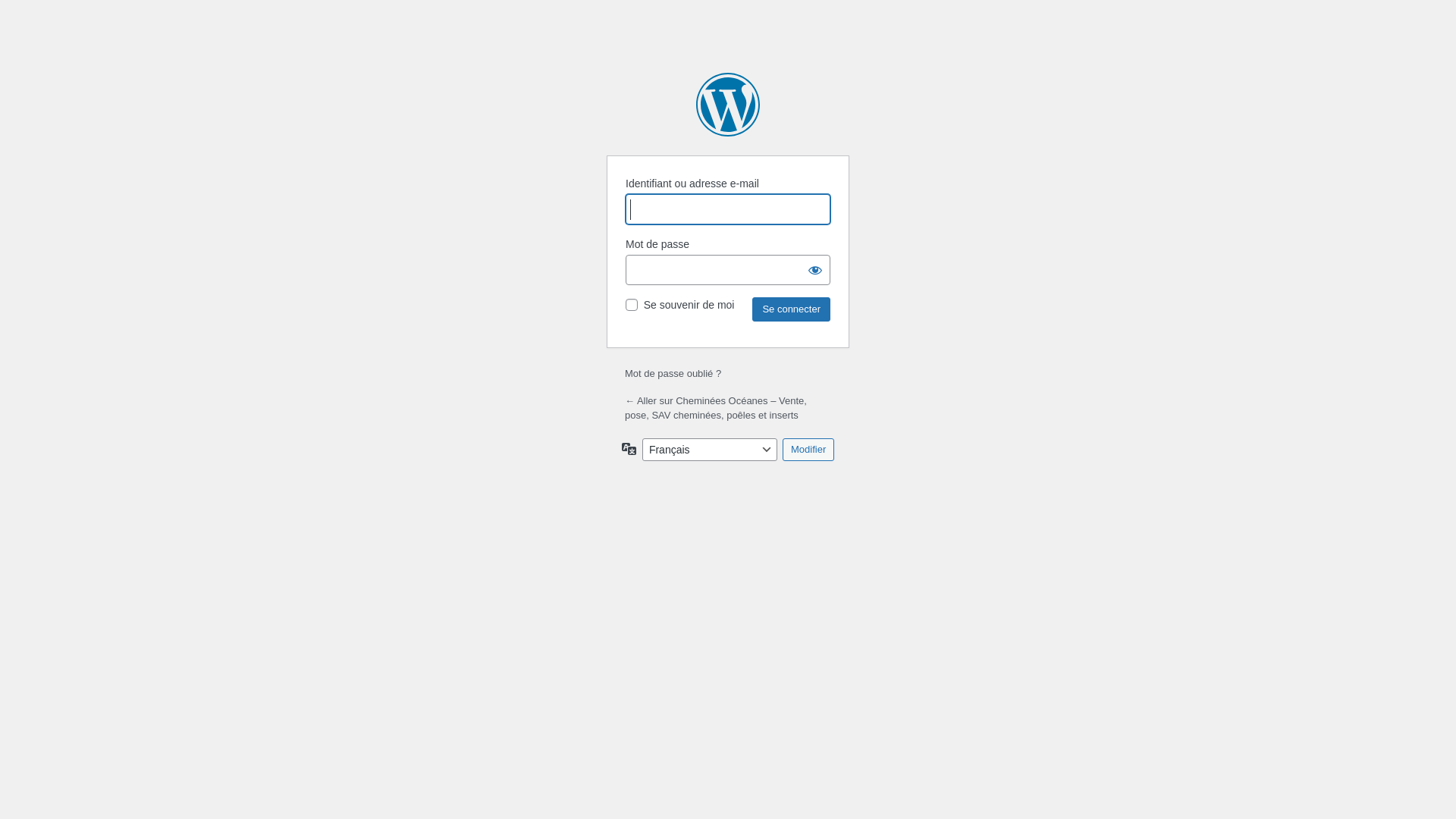  What do you see at coordinates (807, 449) in the screenshot?
I see `'Modifier'` at bounding box center [807, 449].